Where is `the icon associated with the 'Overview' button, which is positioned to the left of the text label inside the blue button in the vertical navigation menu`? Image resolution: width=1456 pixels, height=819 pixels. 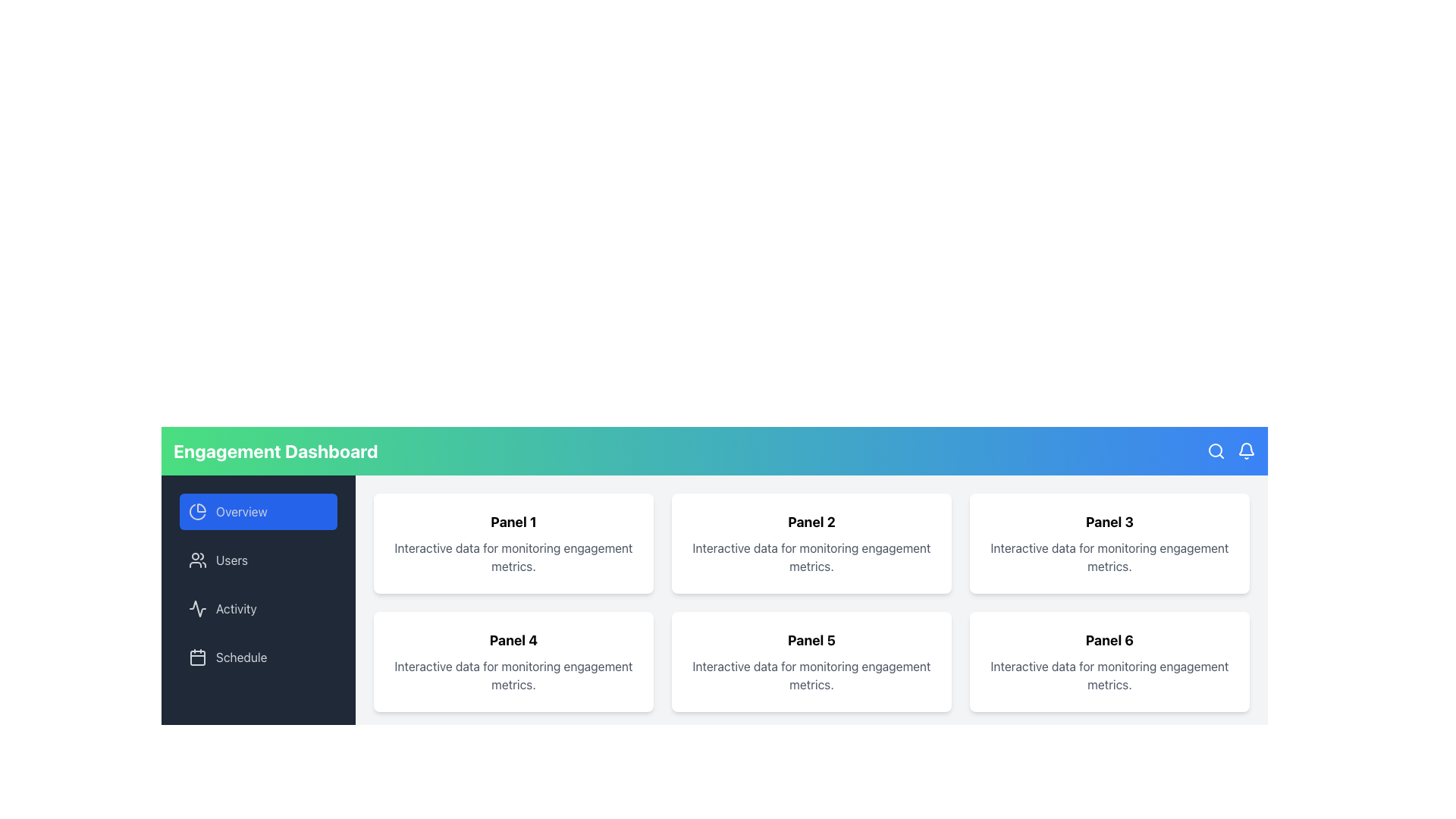 the icon associated with the 'Overview' button, which is positioned to the left of the text label inside the blue button in the vertical navigation menu is located at coordinates (196, 512).